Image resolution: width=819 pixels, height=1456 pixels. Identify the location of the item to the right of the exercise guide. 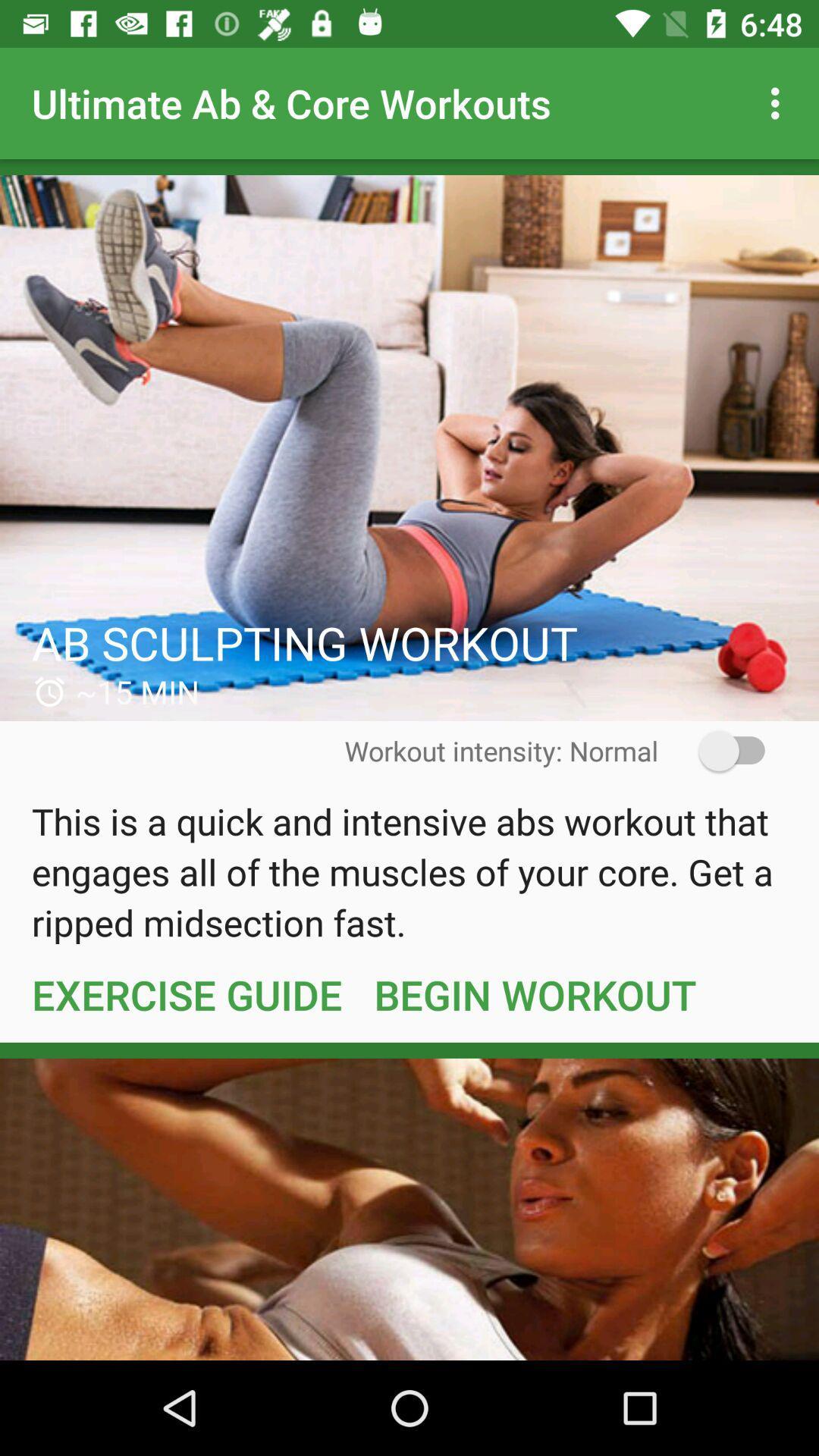
(535, 994).